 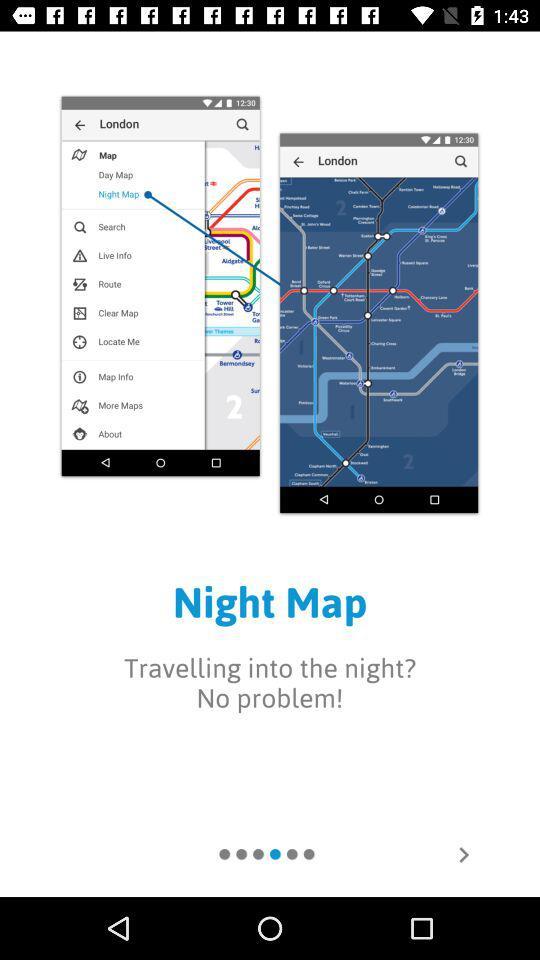 I want to click on the arrow_forward icon, so click(x=463, y=853).